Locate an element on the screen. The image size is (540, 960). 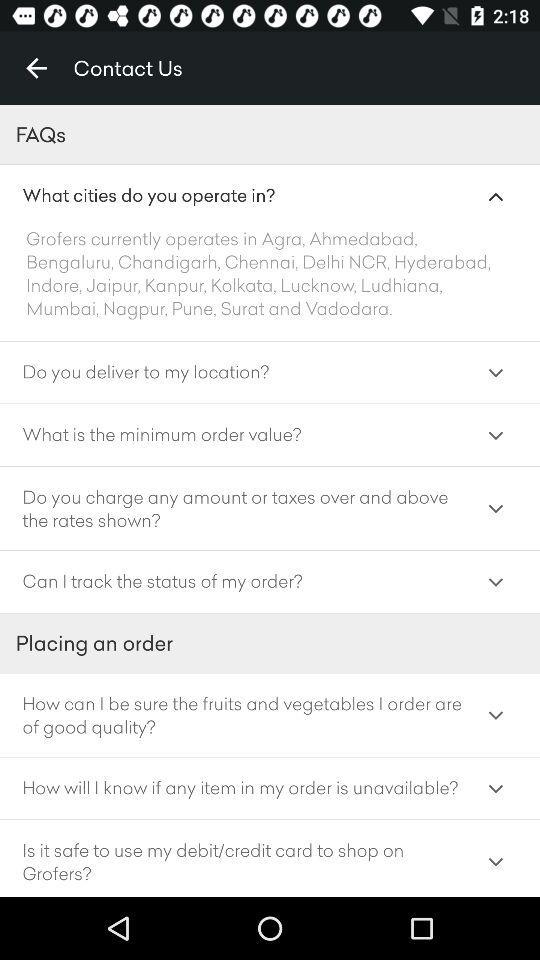
the item next to the contact us icon is located at coordinates (36, 68).